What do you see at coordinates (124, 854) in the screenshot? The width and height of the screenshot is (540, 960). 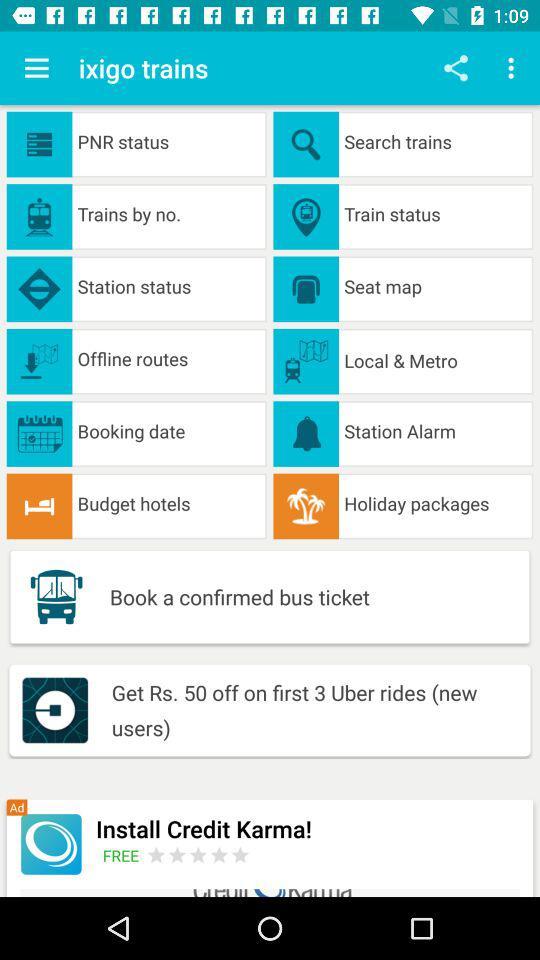 I see `free icon` at bounding box center [124, 854].